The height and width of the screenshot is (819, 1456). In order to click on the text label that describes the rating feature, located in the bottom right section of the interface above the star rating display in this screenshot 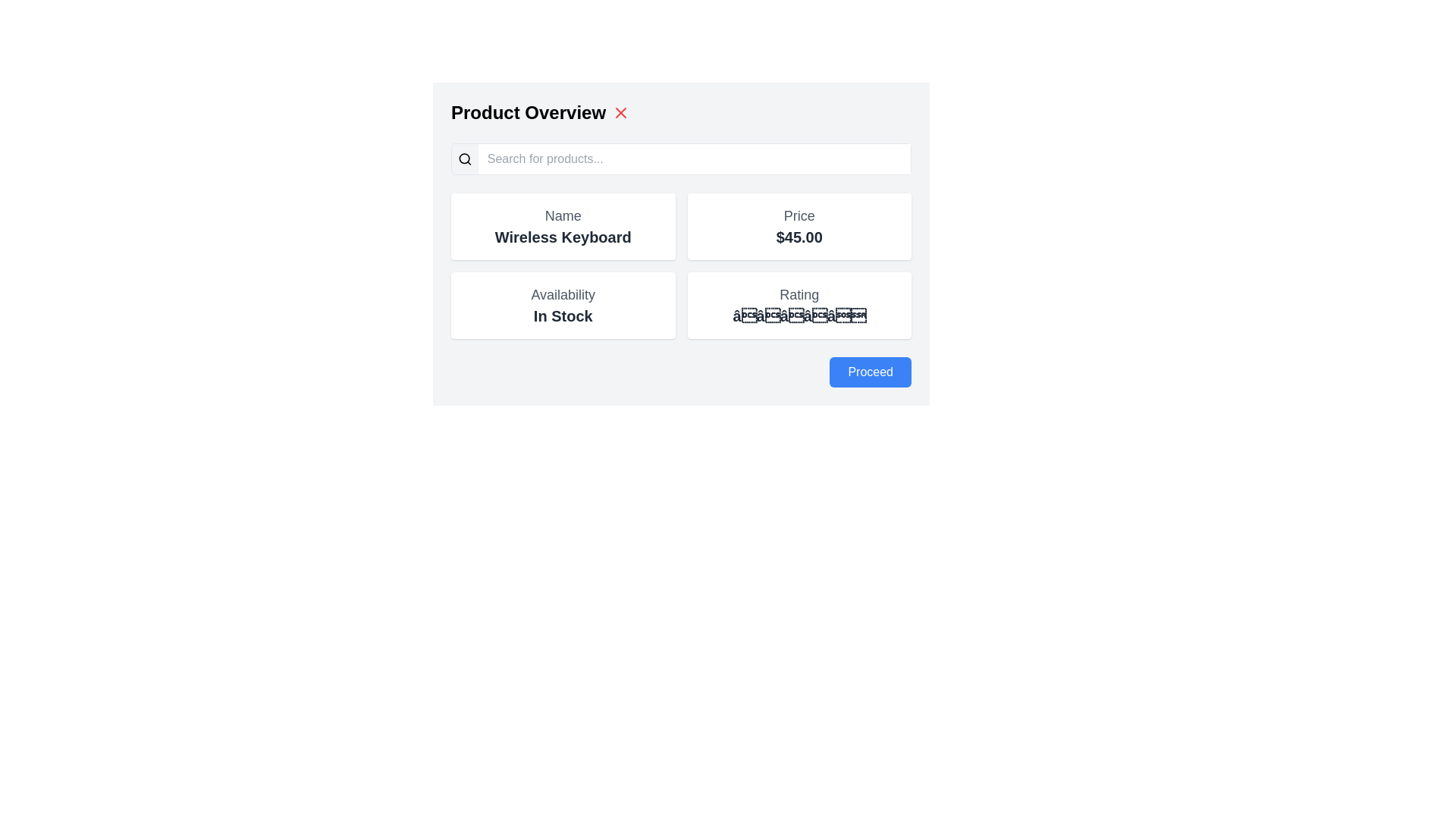, I will do `click(799, 295)`.